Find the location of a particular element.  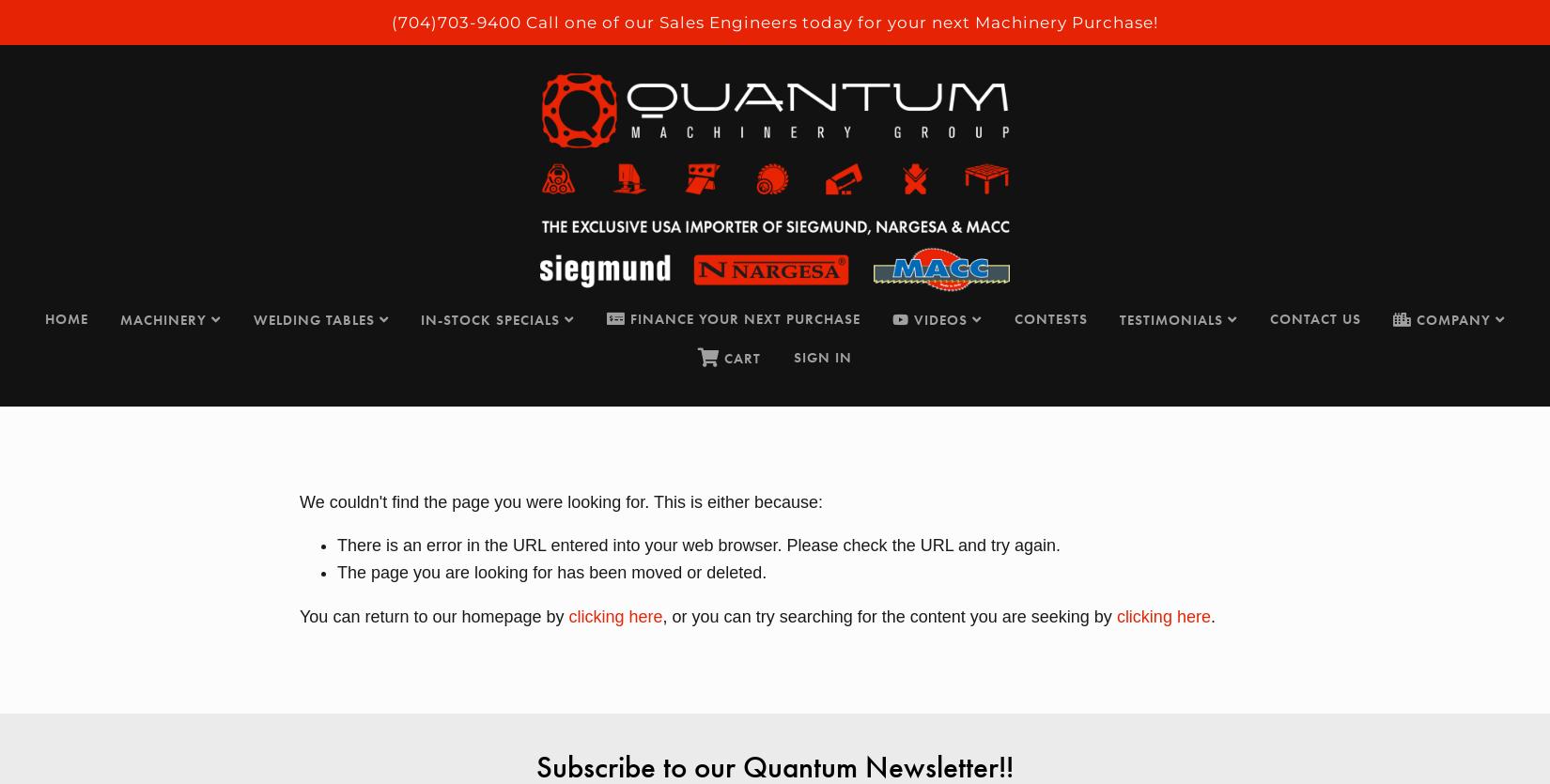

'We couldn't find the page you were looking for. This is either because:' is located at coordinates (560, 500).